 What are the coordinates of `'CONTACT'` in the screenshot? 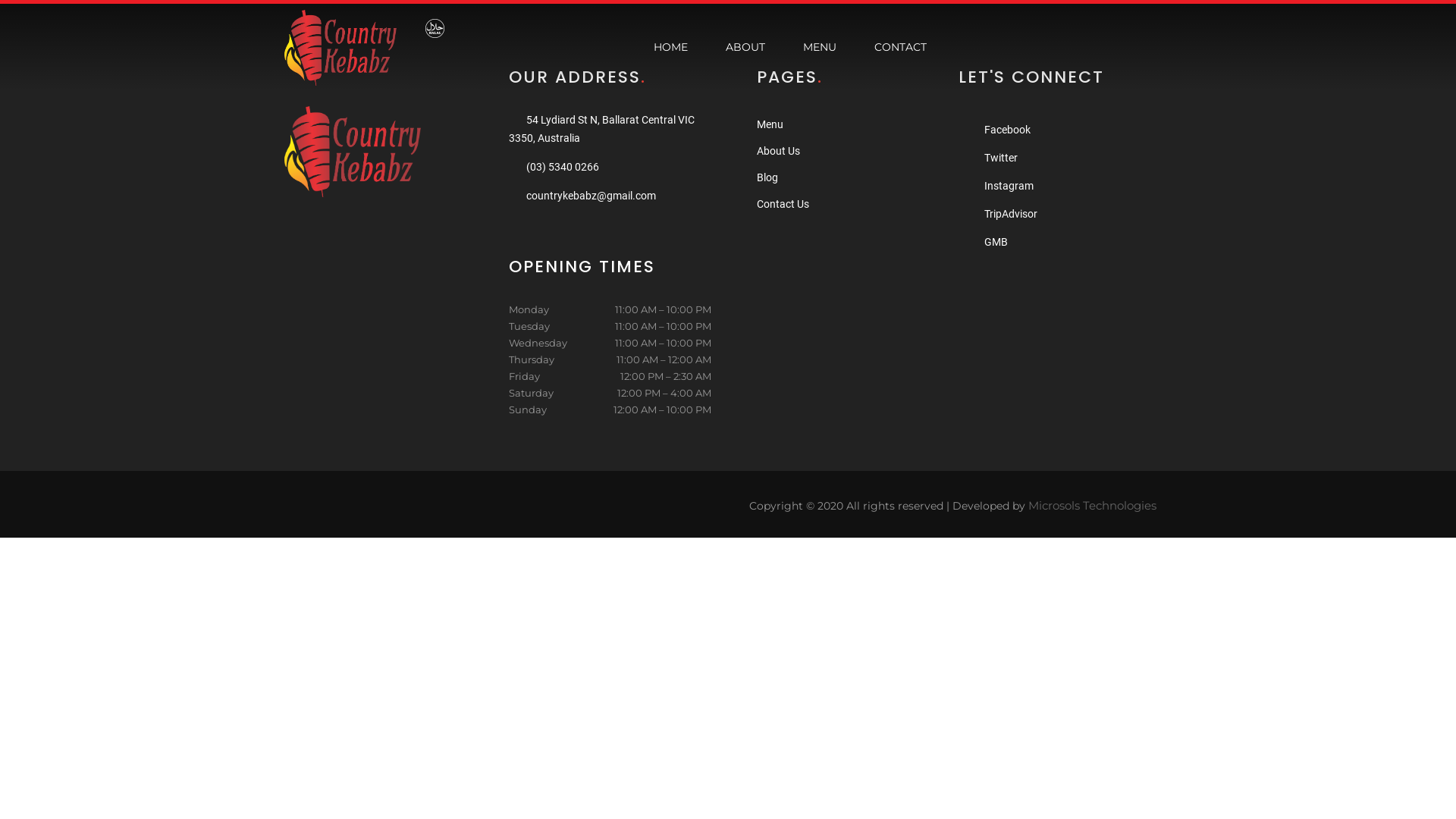 It's located at (900, 46).